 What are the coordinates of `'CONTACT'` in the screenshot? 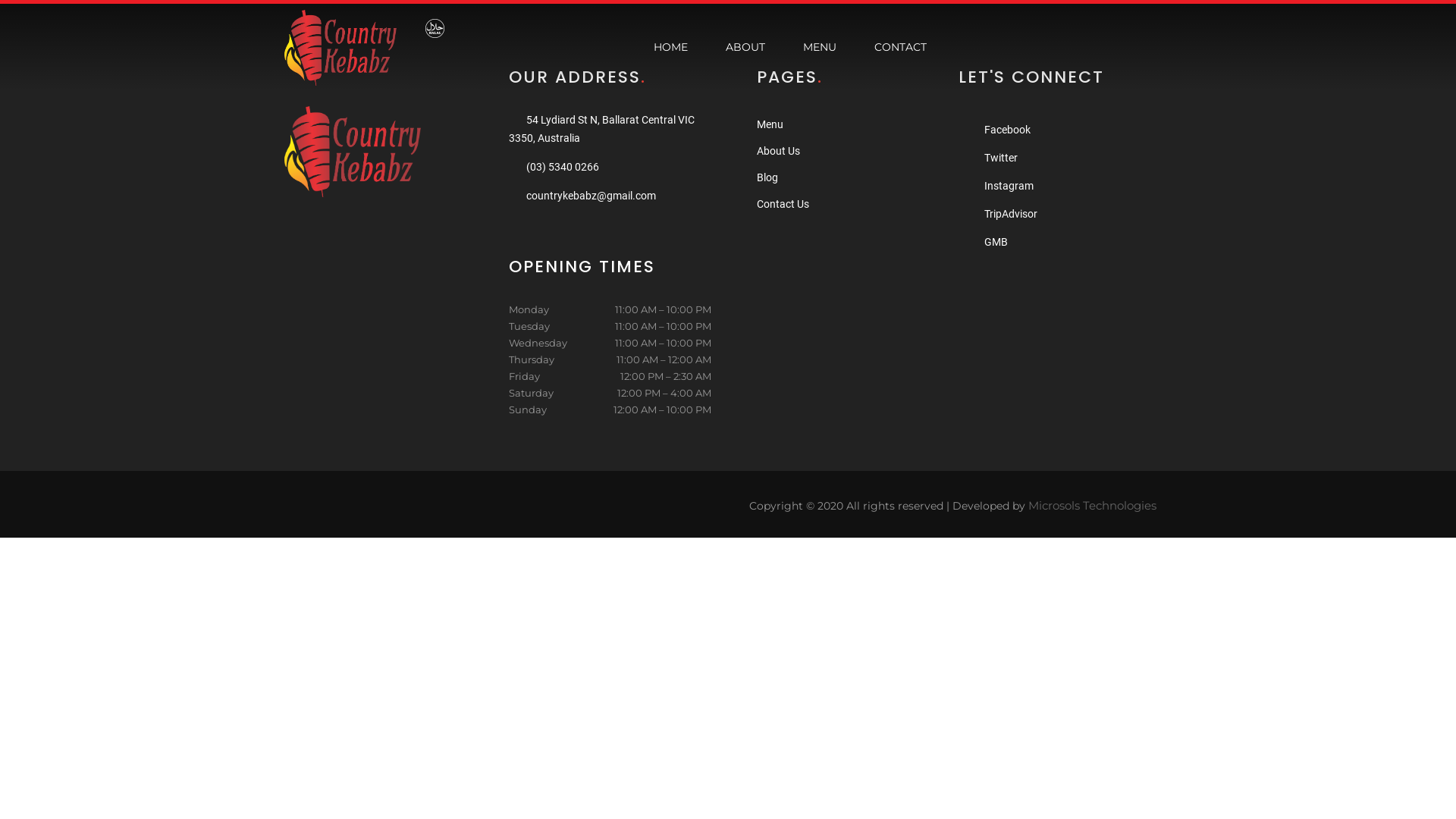 It's located at (900, 46).